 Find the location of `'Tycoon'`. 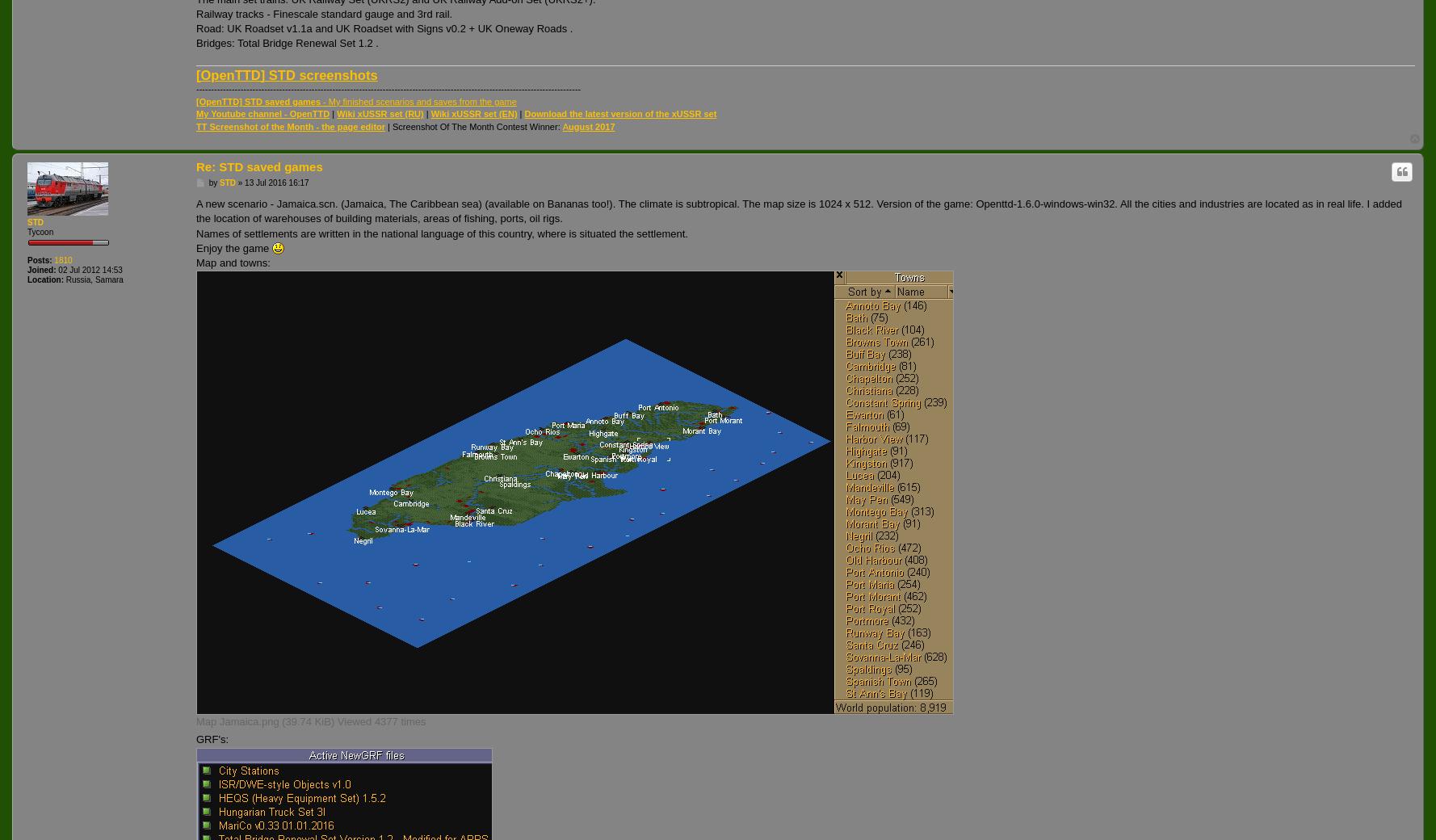

'Tycoon' is located at coordinates (40, 231).